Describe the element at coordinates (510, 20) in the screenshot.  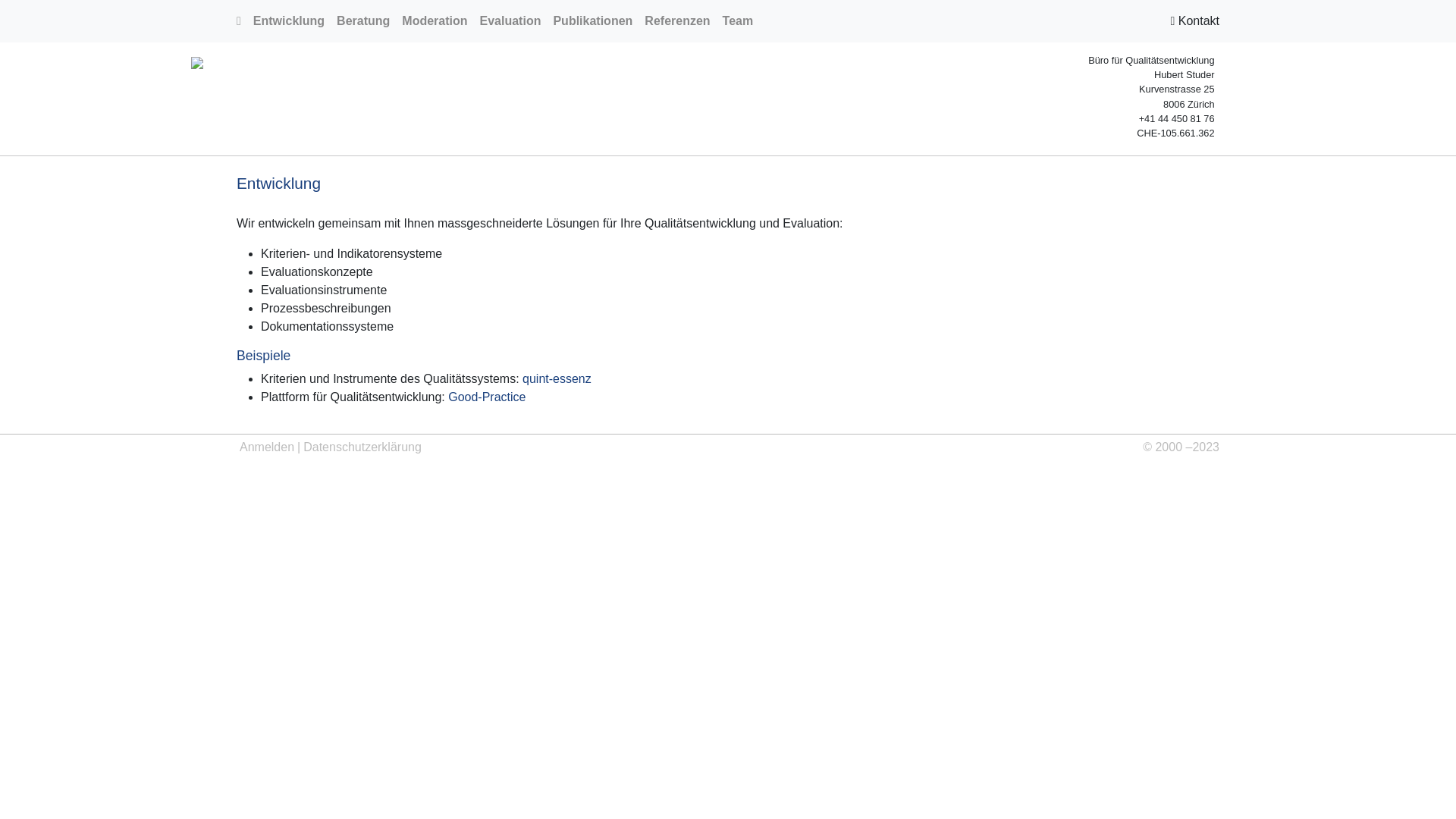
I see `'Evaluation'` at that location.